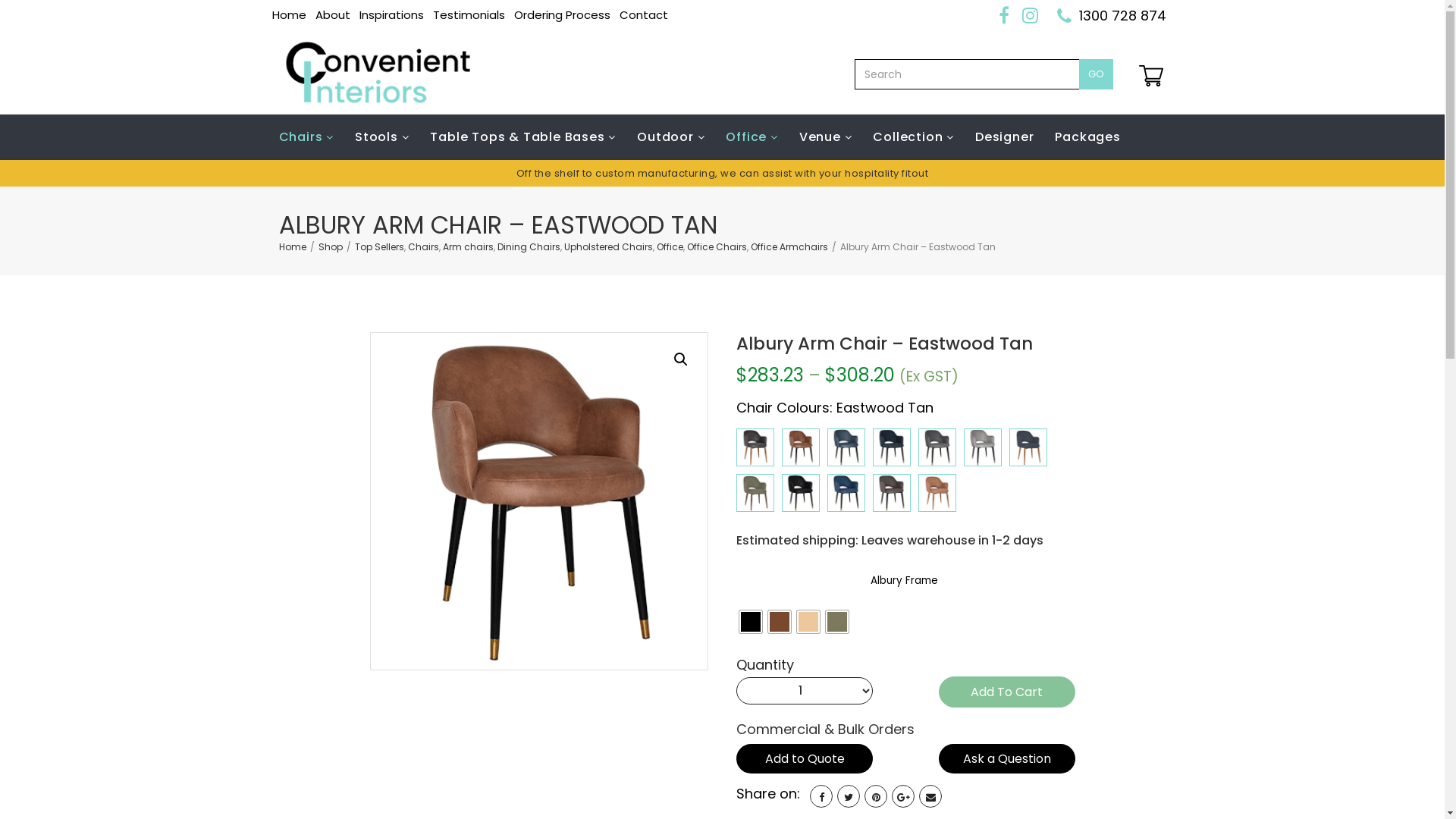 This screenshot has height=819, width=1456. What do you see at coordinates (873, 447) in the screenshot?
I see `'Albury Arm Chair - Gravity Navy'` at bounding box center [873, 447].